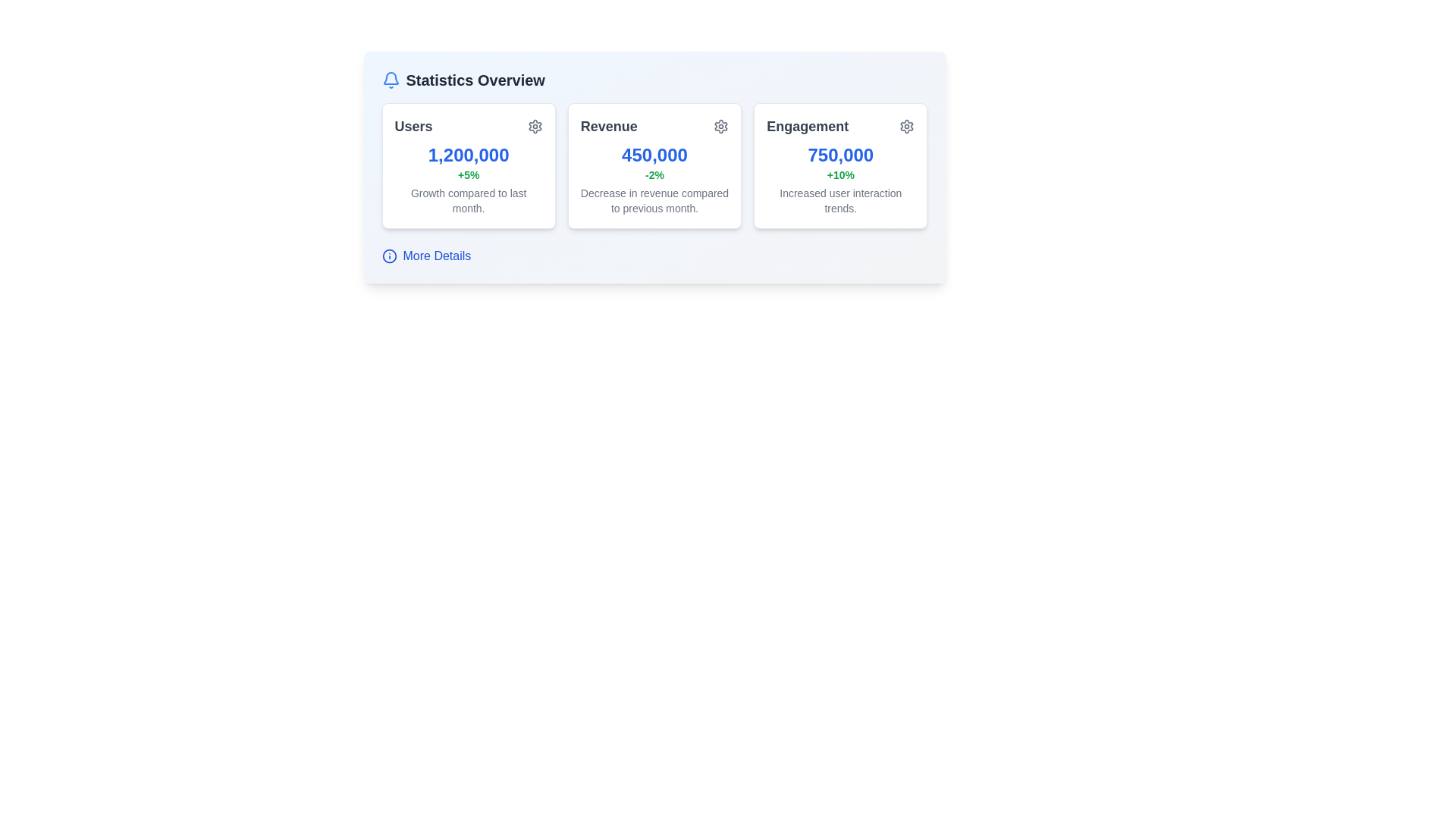  What do you see at coordinates (907, 125) in the screenshot?
I see `the gear icon located at the top-right corner of the 'Engagement' card` at bounding box center [907, 125].